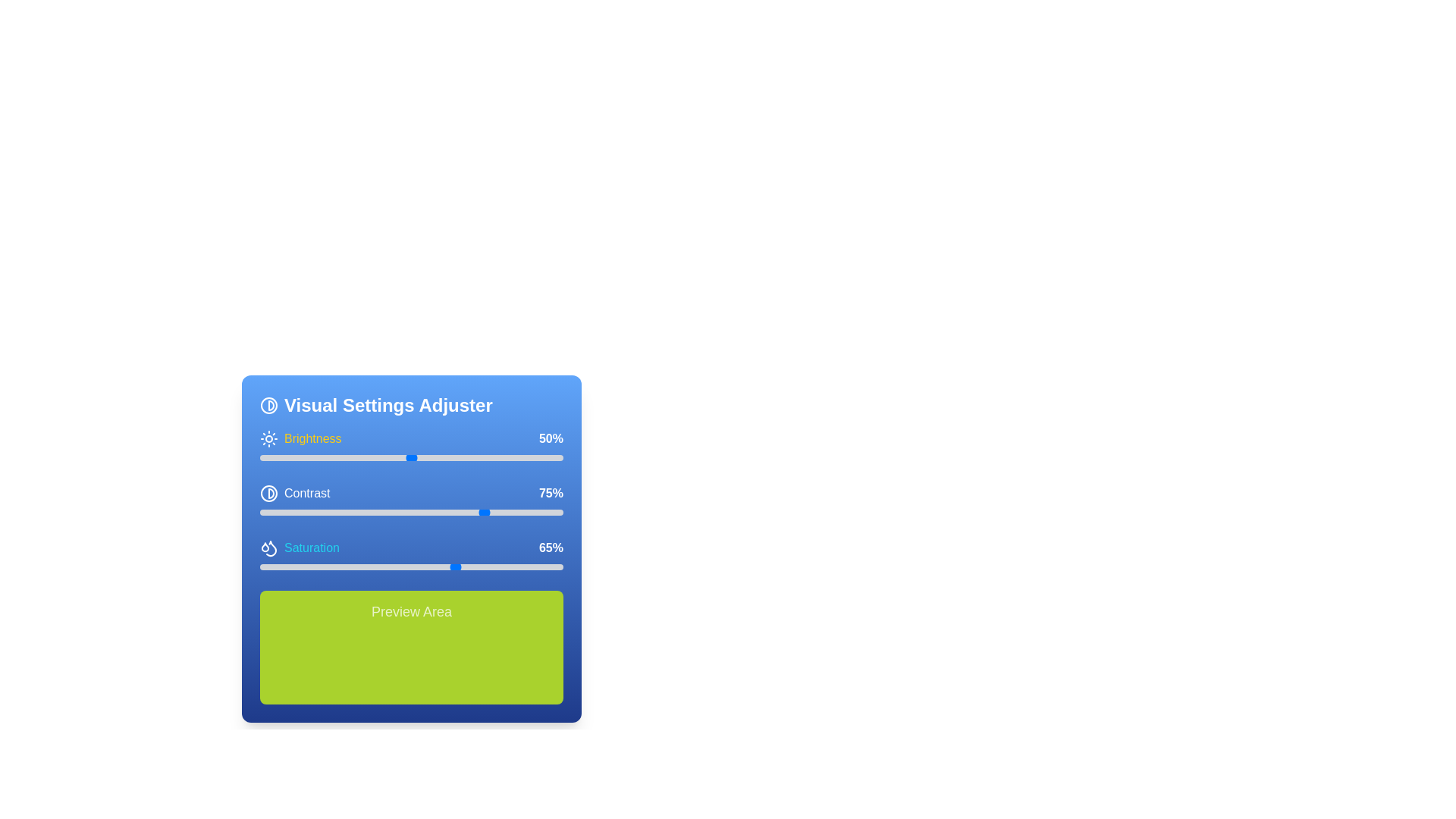 The width and height of the screenshot is (1456, 819). Describe the element at coordinates (400, 567) in the screenshot. I see `saturation` at that location.